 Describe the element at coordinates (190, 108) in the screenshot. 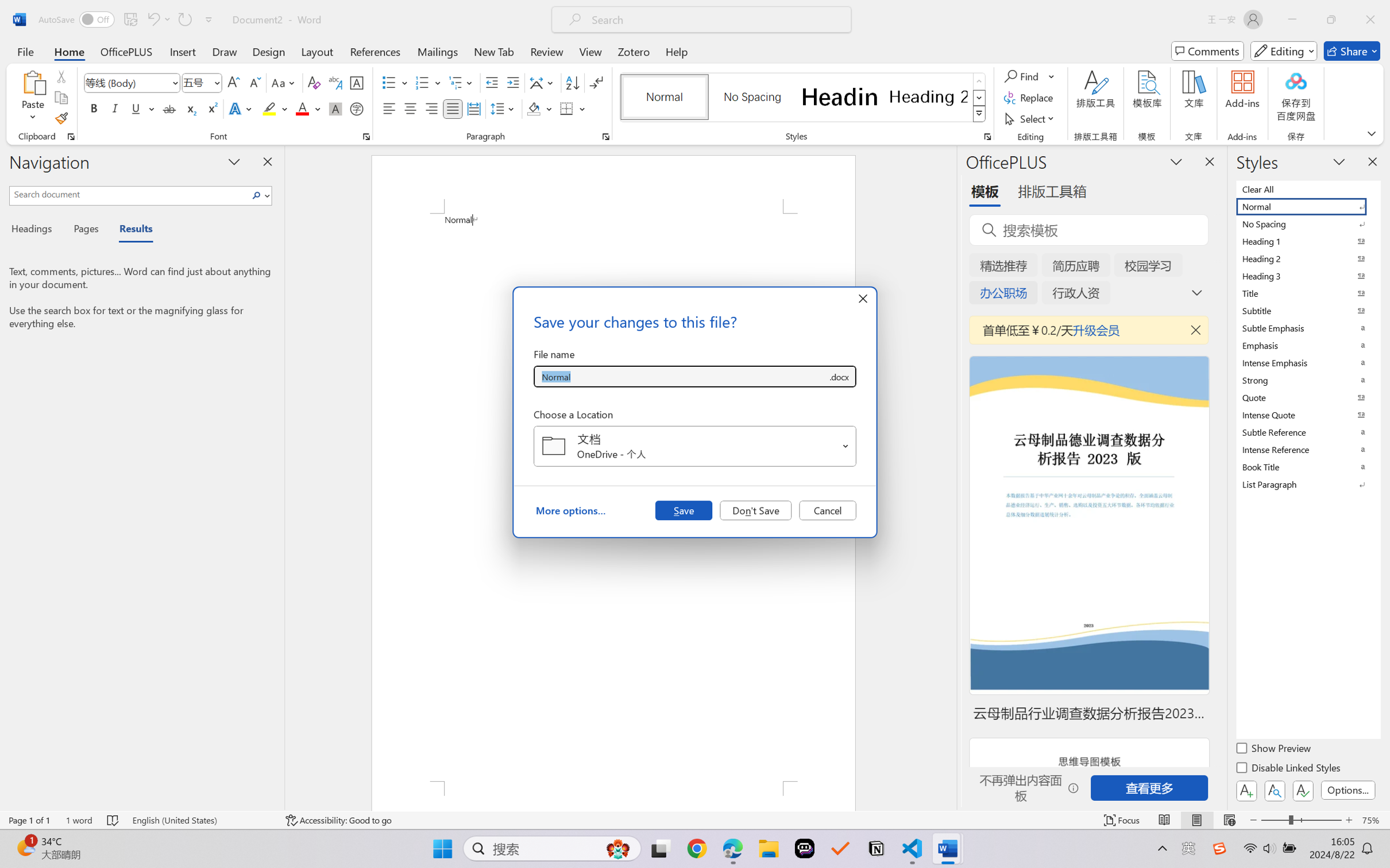

I see `'Subscript'` at that location.